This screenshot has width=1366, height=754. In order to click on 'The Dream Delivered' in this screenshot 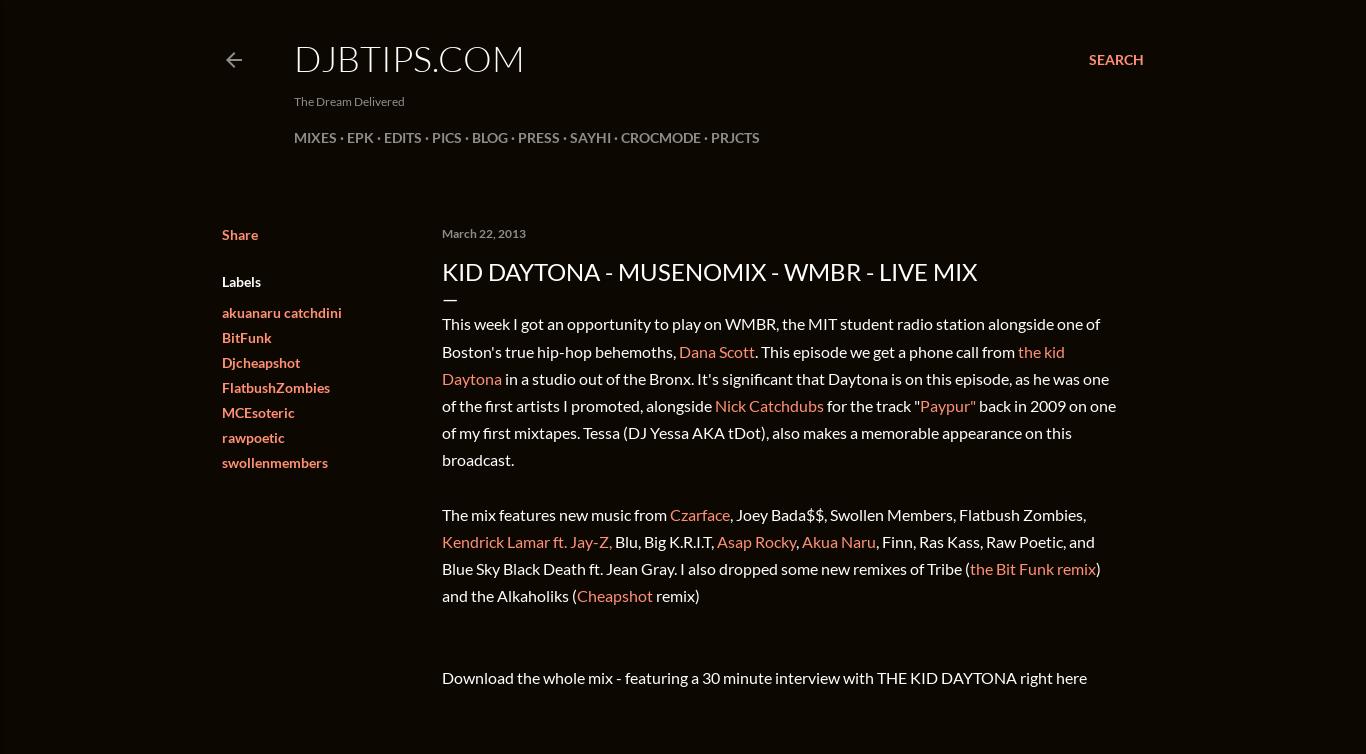, I will do `click(348, 101)`.